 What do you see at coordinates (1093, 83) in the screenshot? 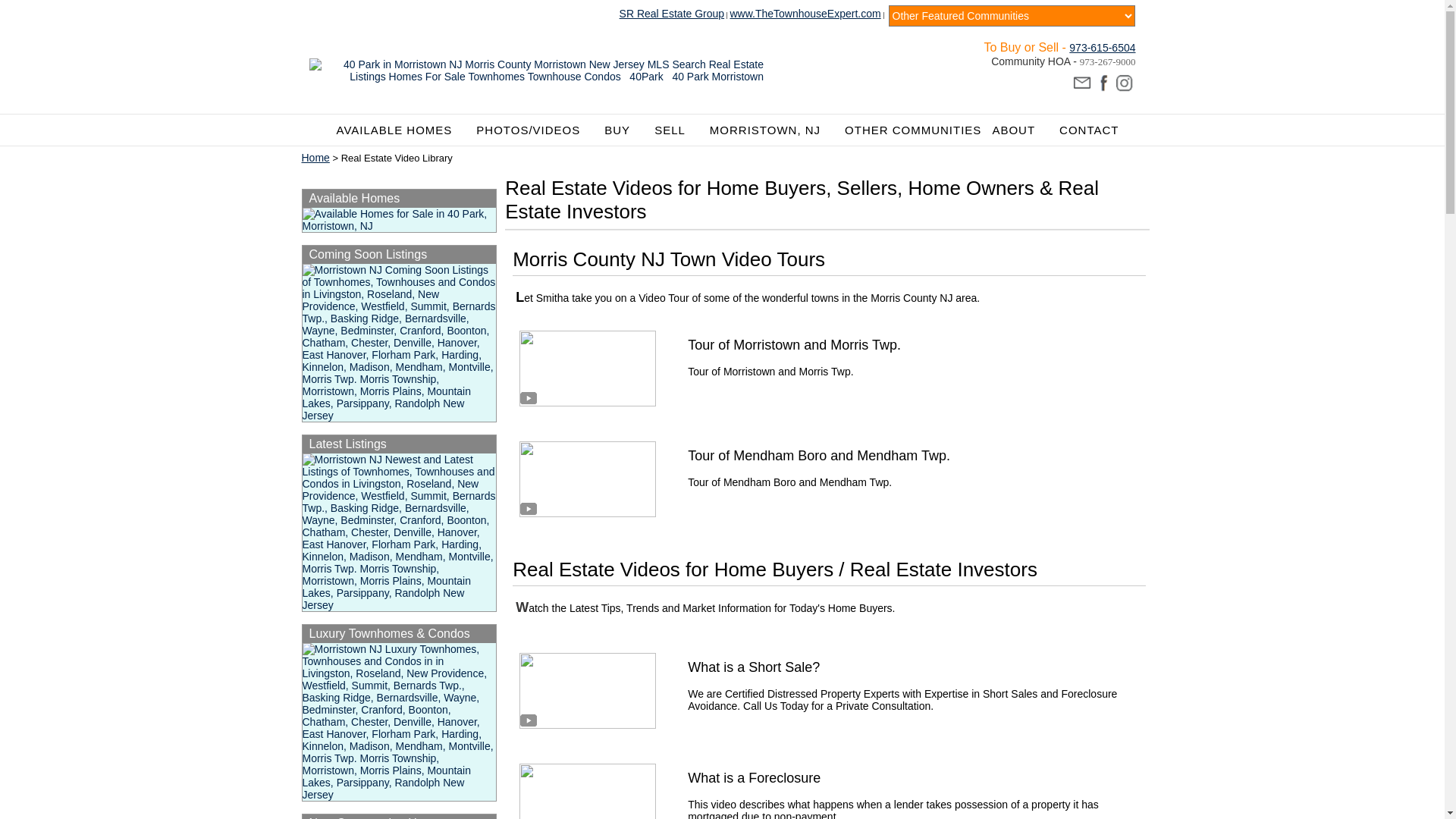
I see `'Visit us on Facebook'` at bounding box center [1093, 83].